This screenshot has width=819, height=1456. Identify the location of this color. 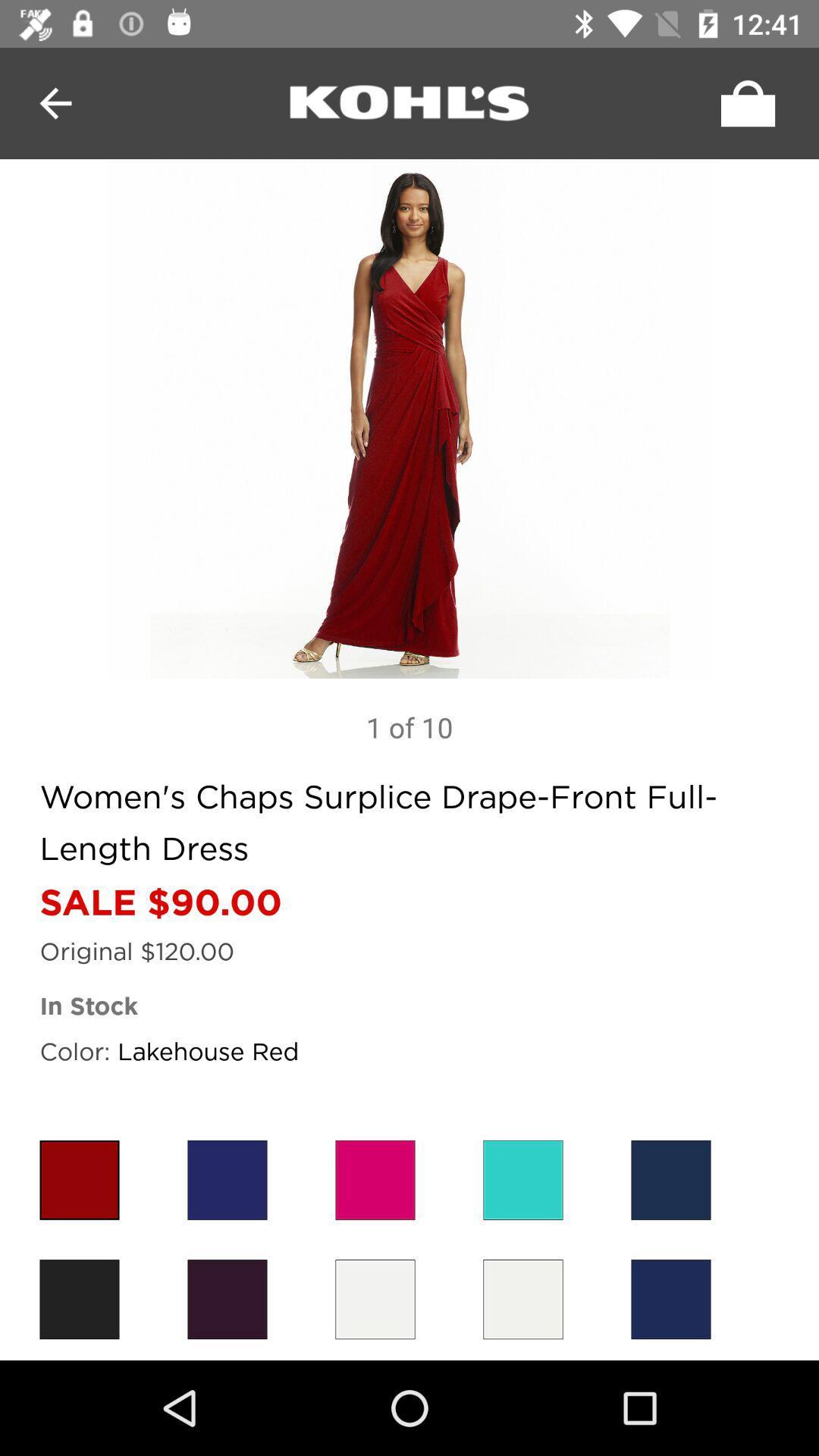
(79, 1179).